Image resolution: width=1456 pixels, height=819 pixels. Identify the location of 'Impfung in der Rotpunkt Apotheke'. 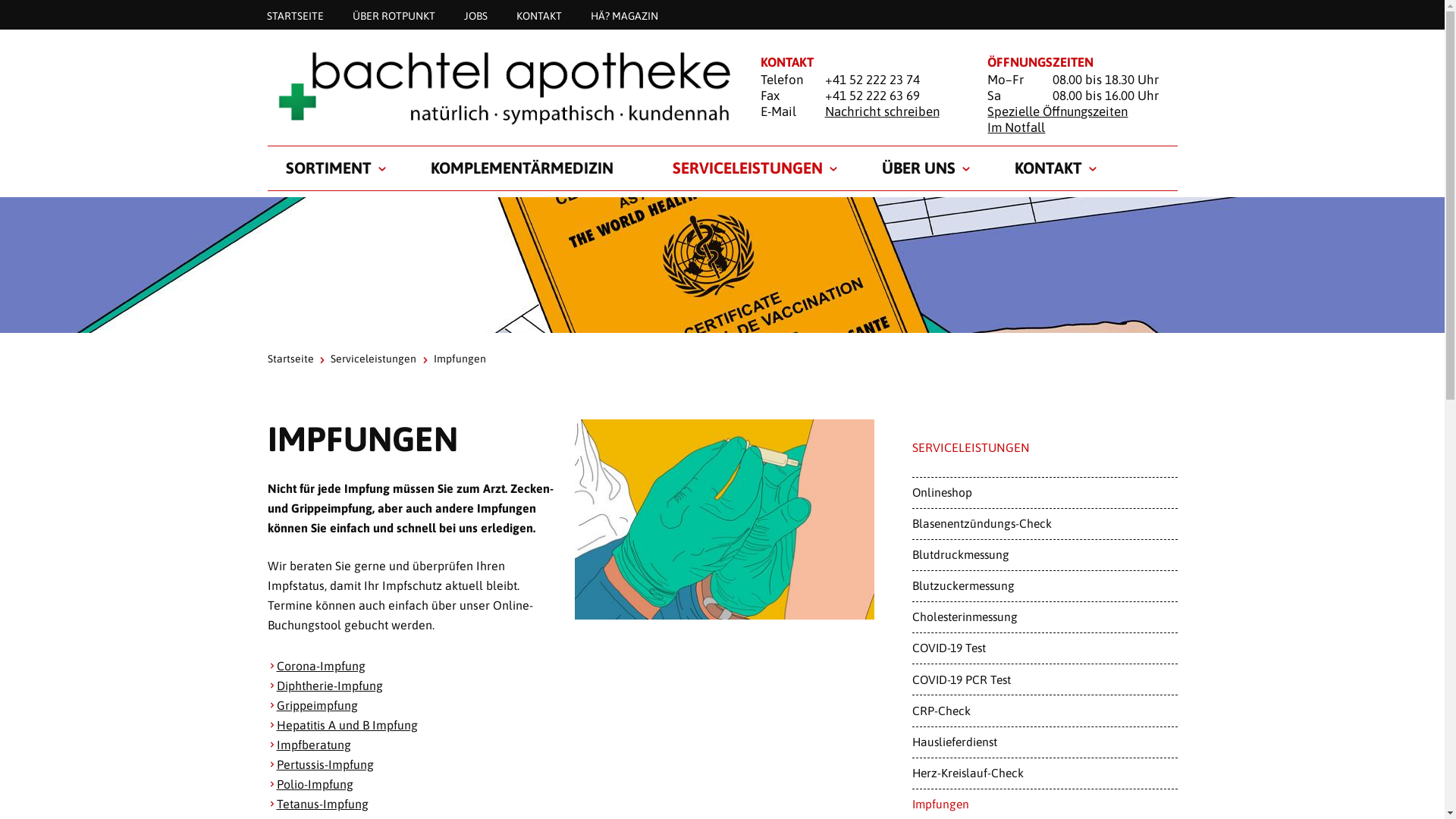
(723, 519).